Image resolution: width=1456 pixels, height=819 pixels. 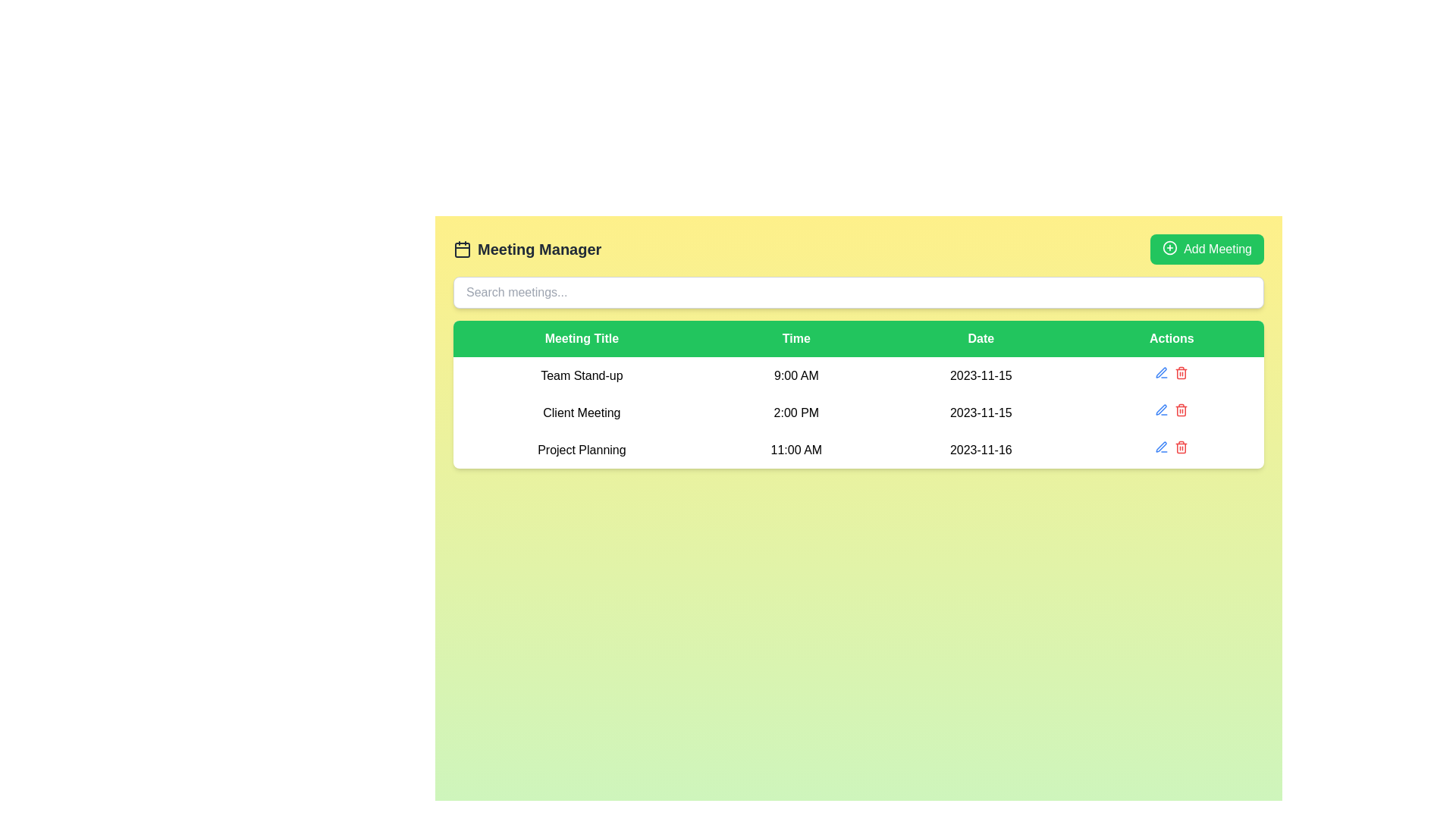 I want to click on displayed date from the static text label showing '2023-11-15', which is located in the 'Date' column of the second row related to the 'Client Meeting' entry, so click(x=981, y=413).